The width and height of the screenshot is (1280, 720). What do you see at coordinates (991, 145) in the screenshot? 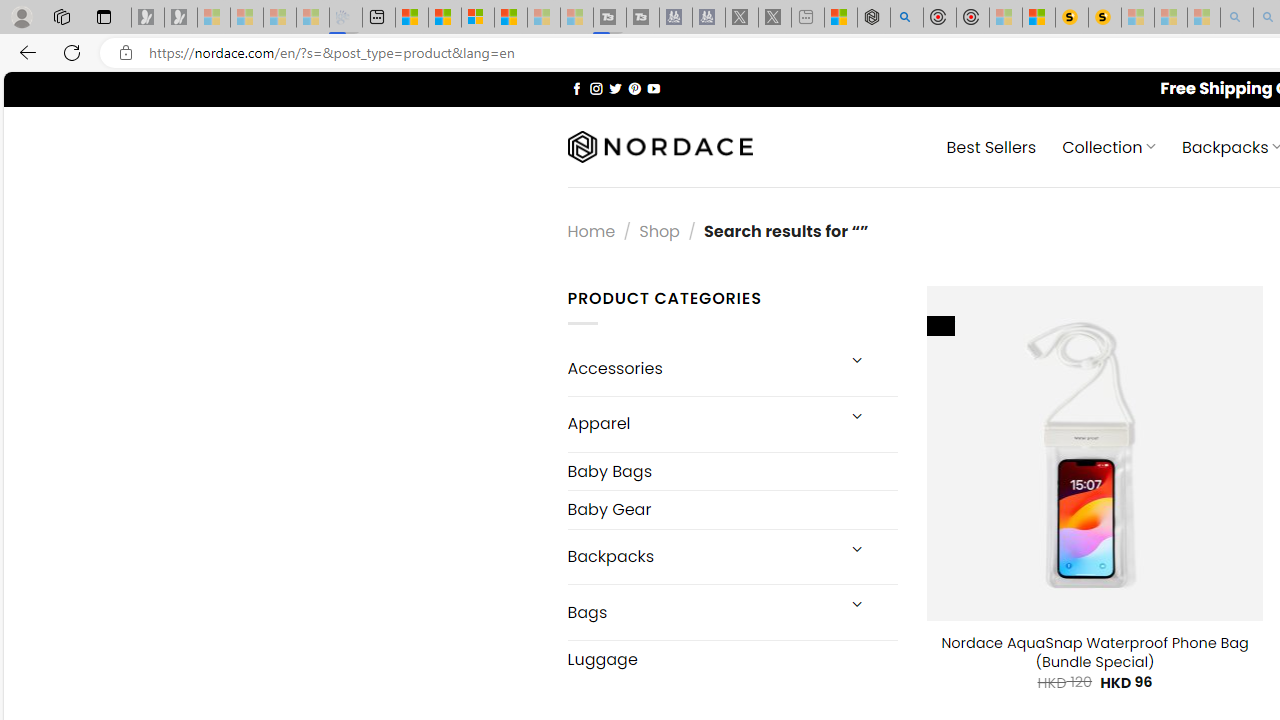
I see `' Best Sellers'` at bounding box center [991, 145].